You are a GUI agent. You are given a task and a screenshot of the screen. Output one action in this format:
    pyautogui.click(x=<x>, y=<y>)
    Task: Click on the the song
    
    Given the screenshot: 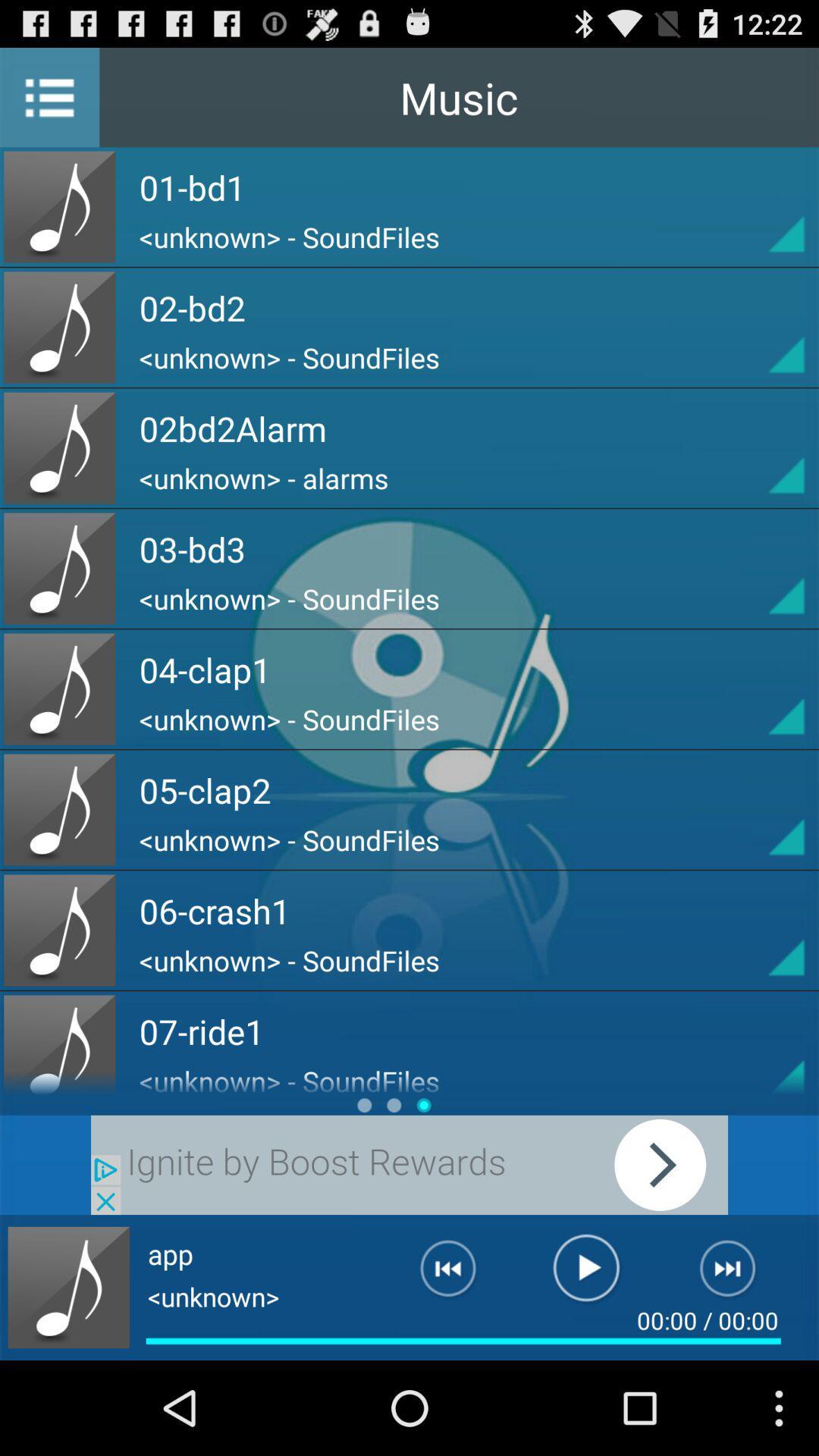 What is the action you would take?
    pyautogui.click(x=585, y=1274)
    